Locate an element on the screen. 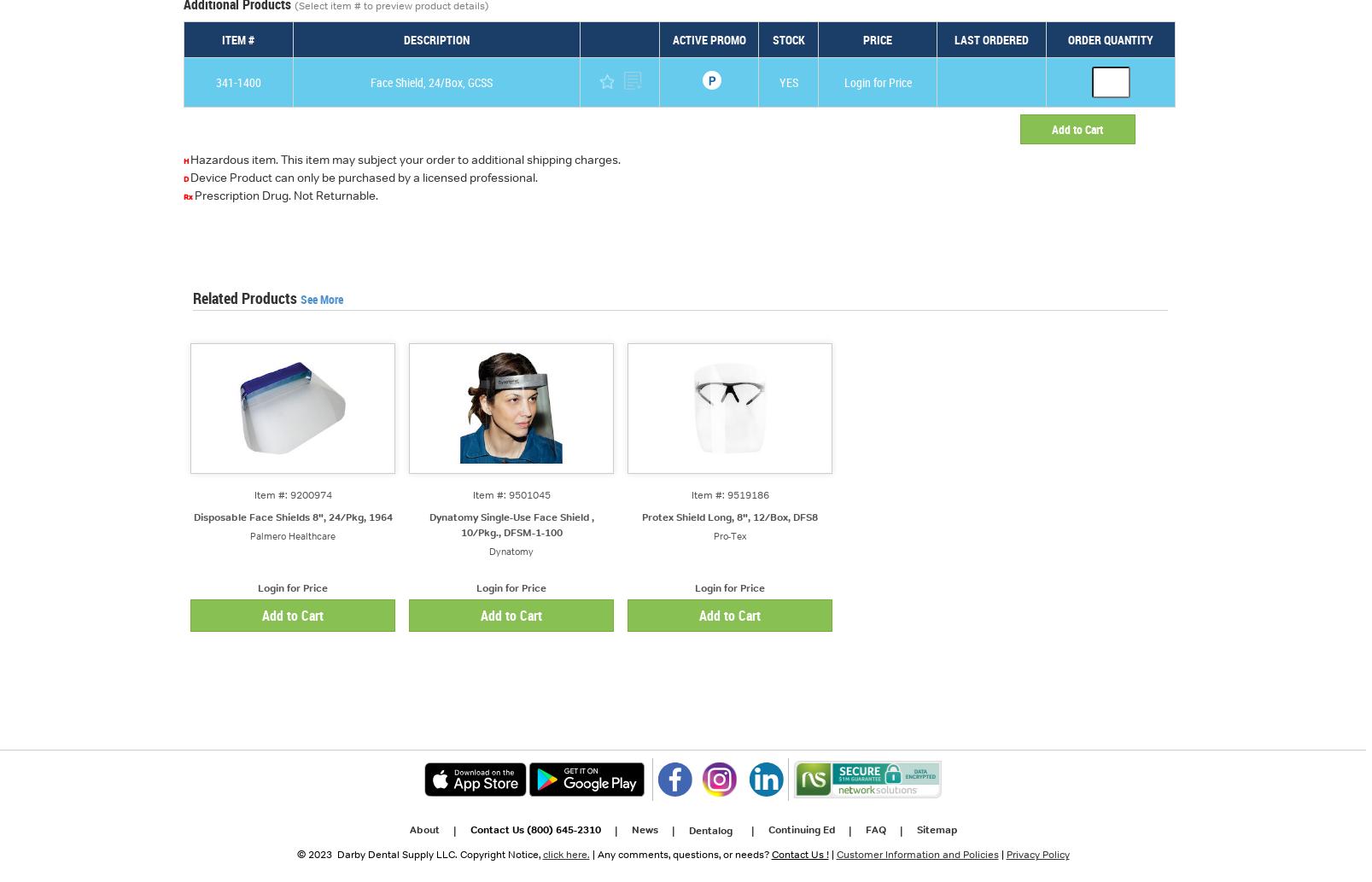 The width and height of the screenshot is (1372, 882). 'Palmero Healthcare' is located at coordinates (291, 534).